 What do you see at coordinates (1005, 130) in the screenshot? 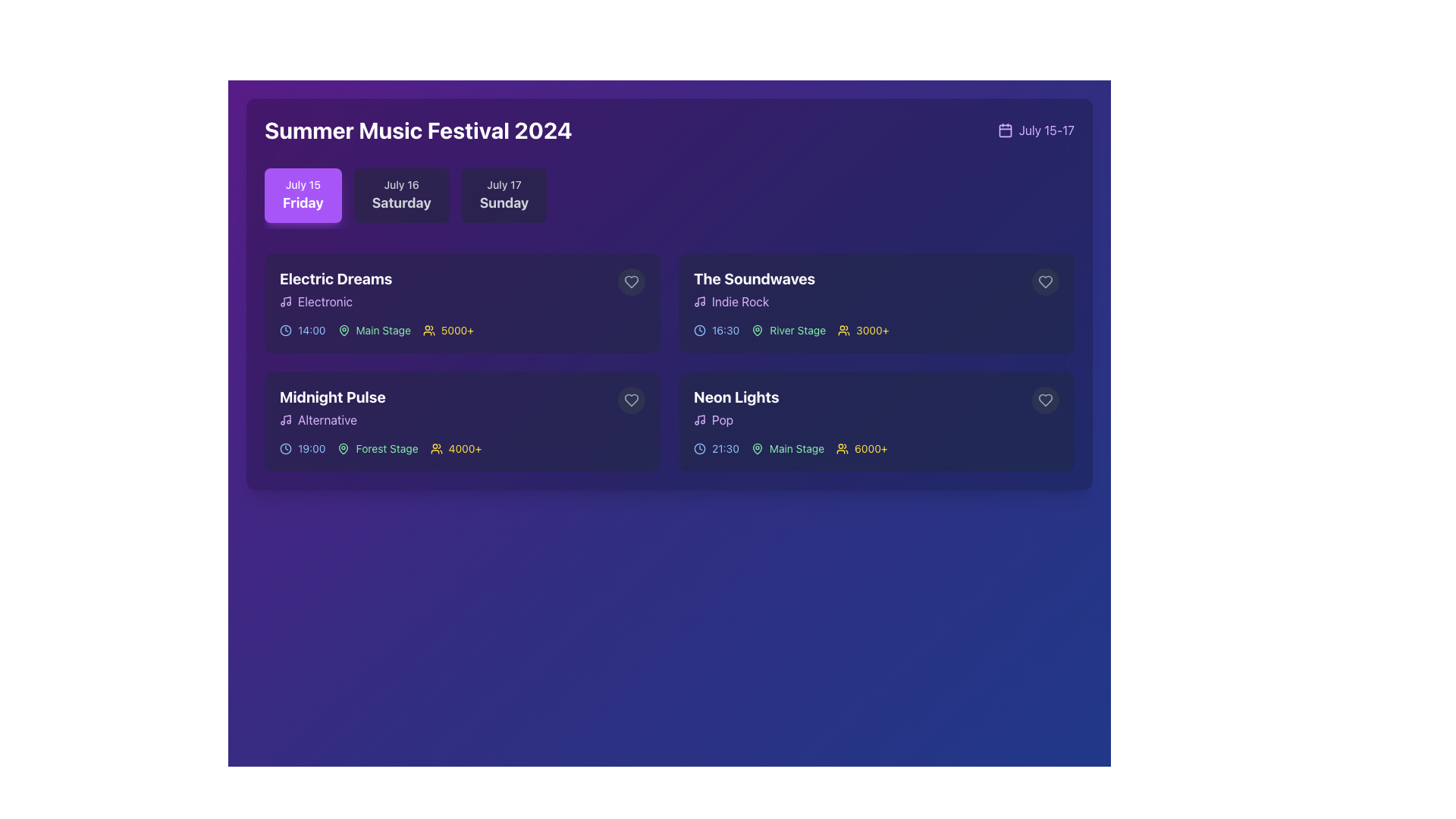
I see `the calendar icon located at the top-right corner of the section displaying dates, positioned to the left of the text 'July 15-17'` at bounding box center [1005, 130].